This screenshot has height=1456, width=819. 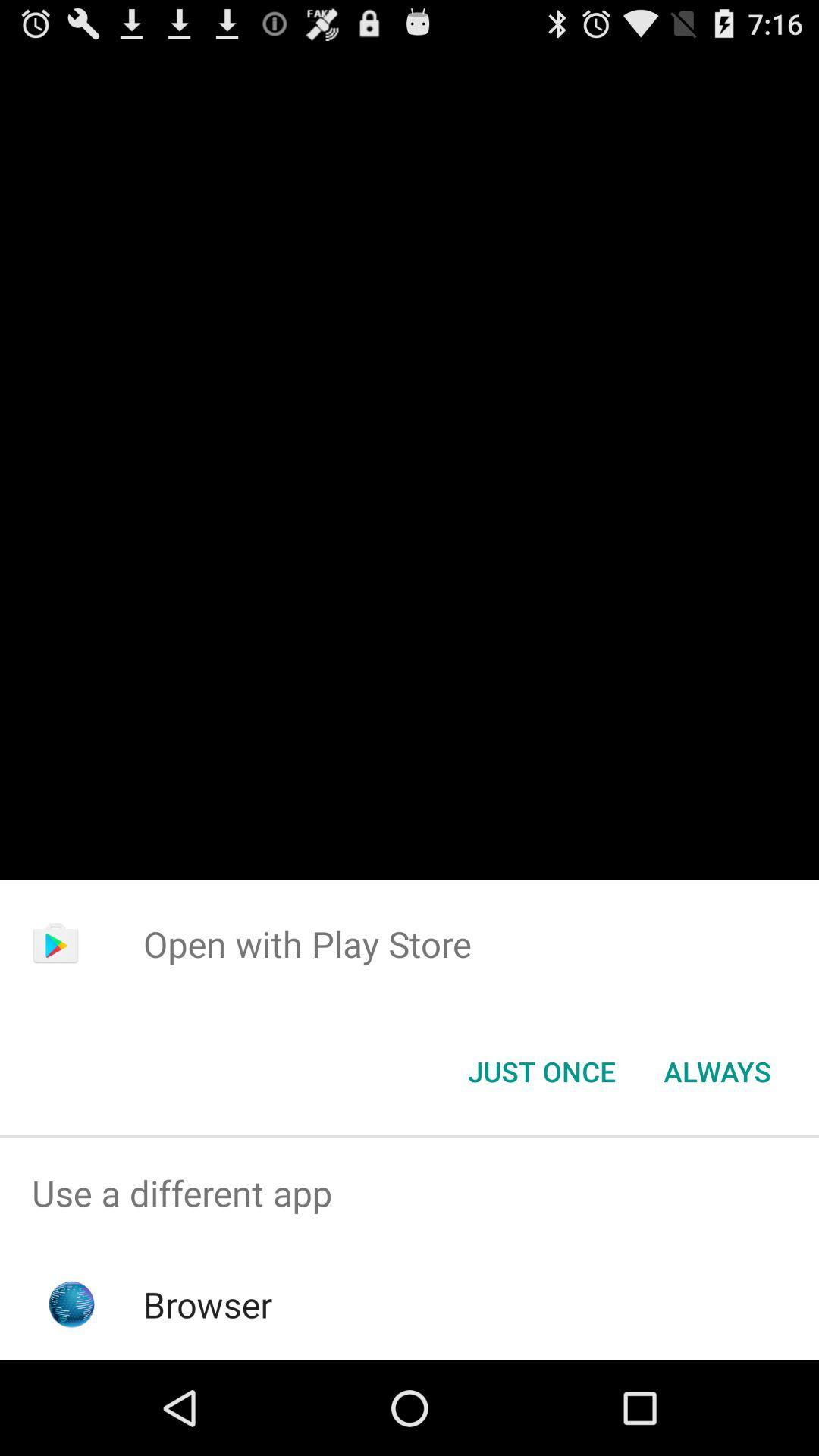 What do you see at coordinates (717, 1070) in the screenshot?
I see `item next to the just once icon` at bounding box center [717, 1070].